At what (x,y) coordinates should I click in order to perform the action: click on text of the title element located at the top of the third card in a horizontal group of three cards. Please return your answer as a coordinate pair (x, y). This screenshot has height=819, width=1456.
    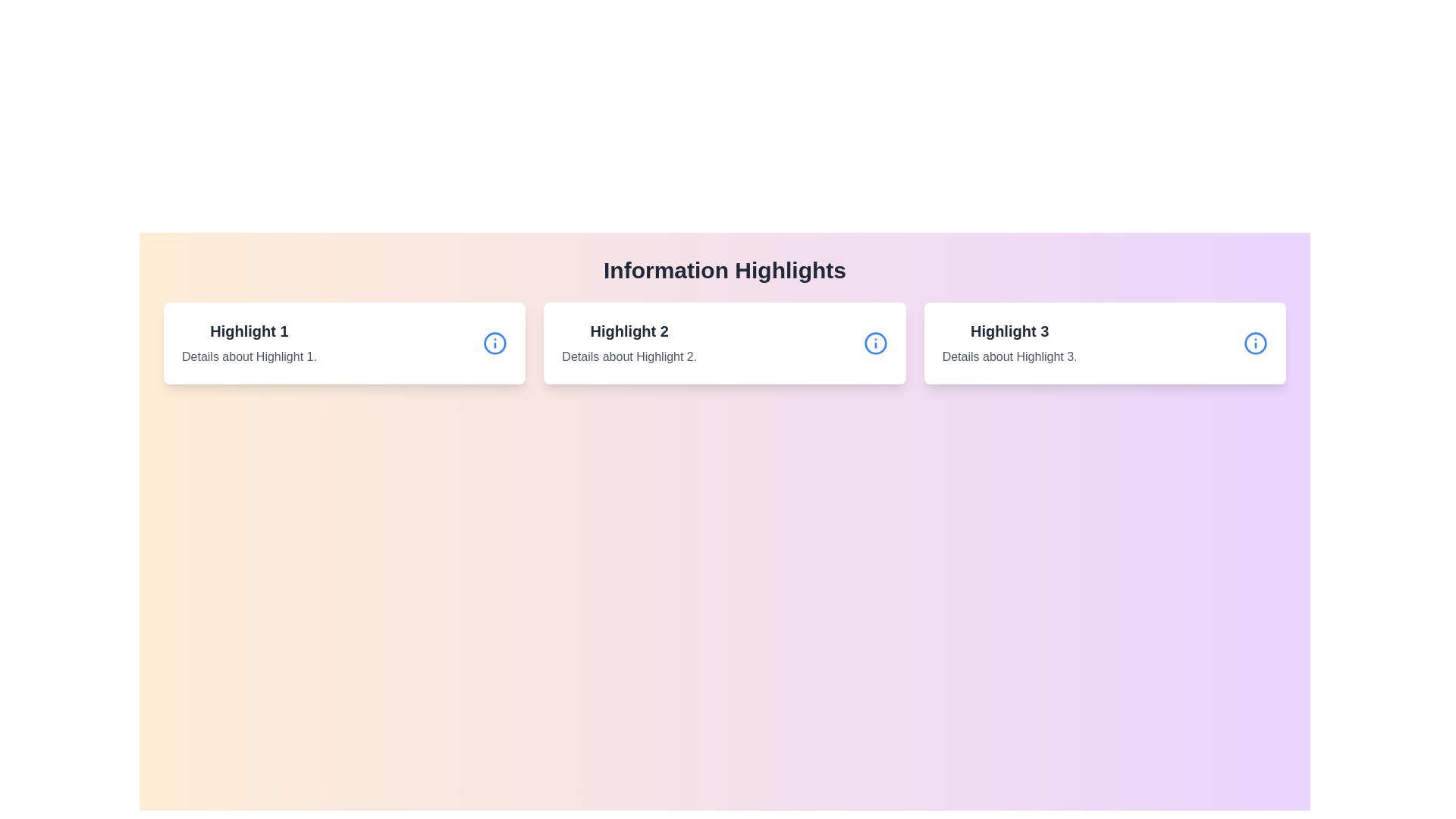
    Looking at the image, I should click on (1009, 330).